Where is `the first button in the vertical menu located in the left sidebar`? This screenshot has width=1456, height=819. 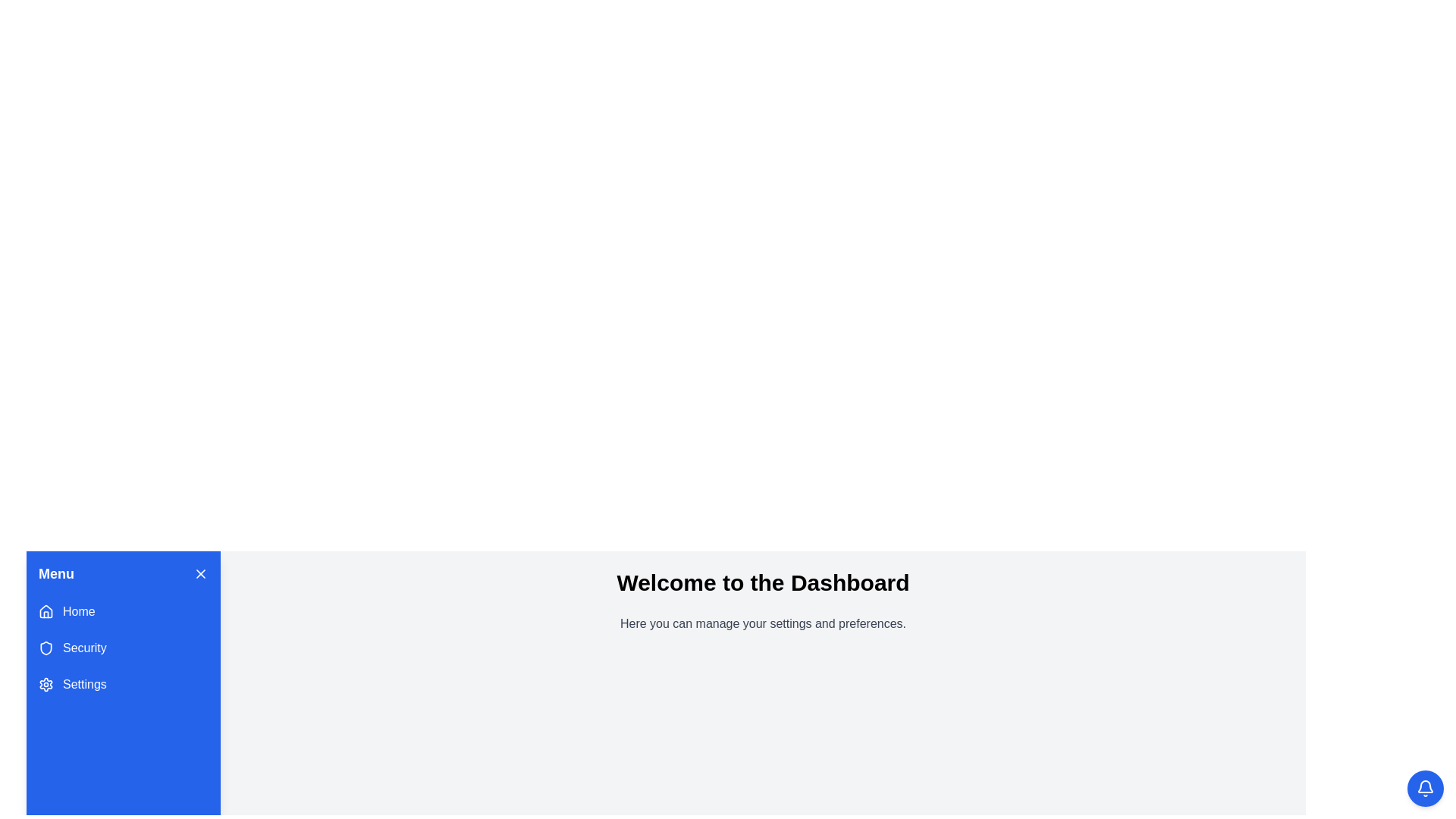
the first button in the vertical menu located in the left sidebar is located at coordinates (124, 610).